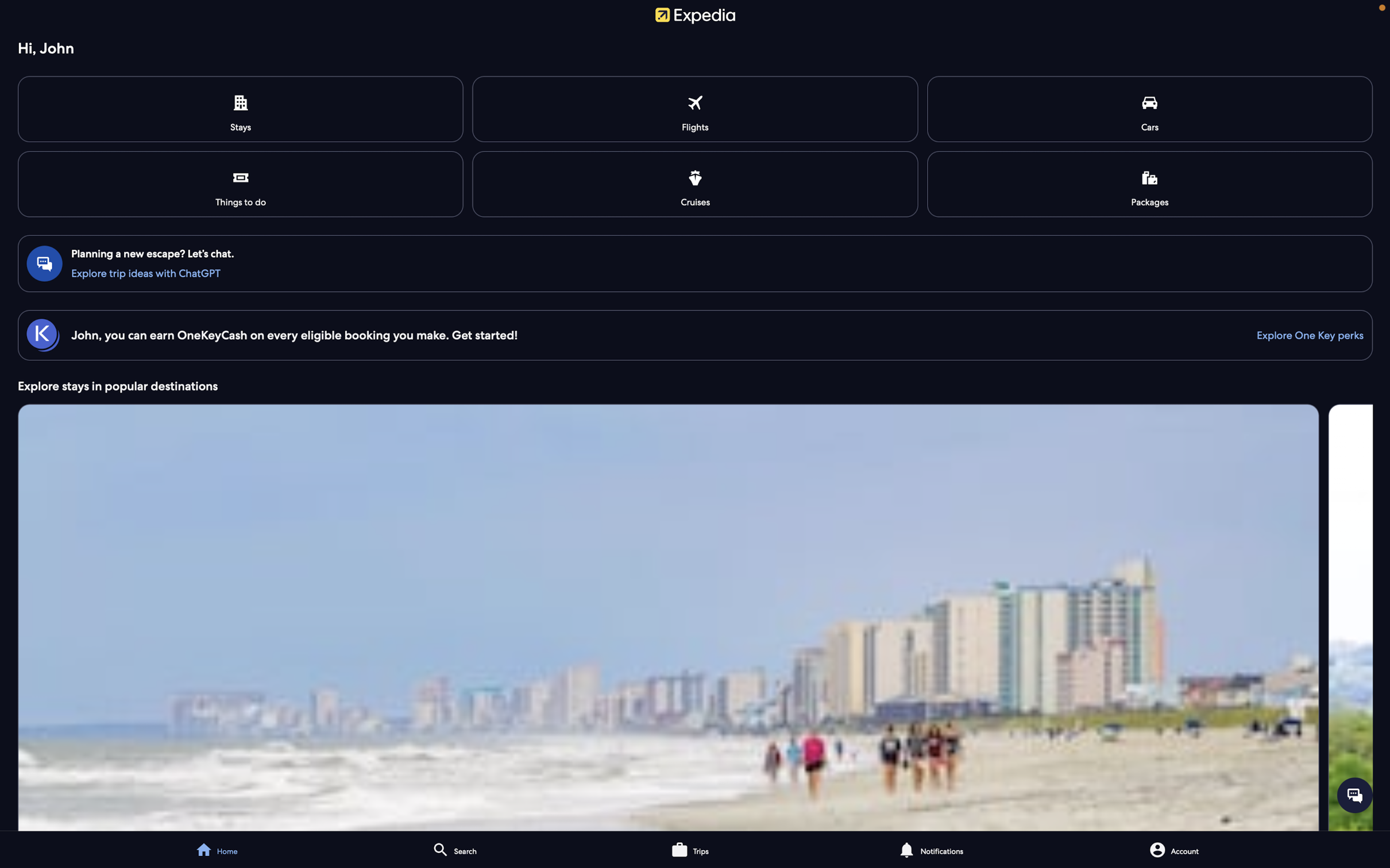 The width and height of the screenshot is (1390, 868). What do you see at coordinates (695, 183) in the screenshot?
I see `Explore and confirm bookings for available cruise journeys` at bounding box center [695, 183].